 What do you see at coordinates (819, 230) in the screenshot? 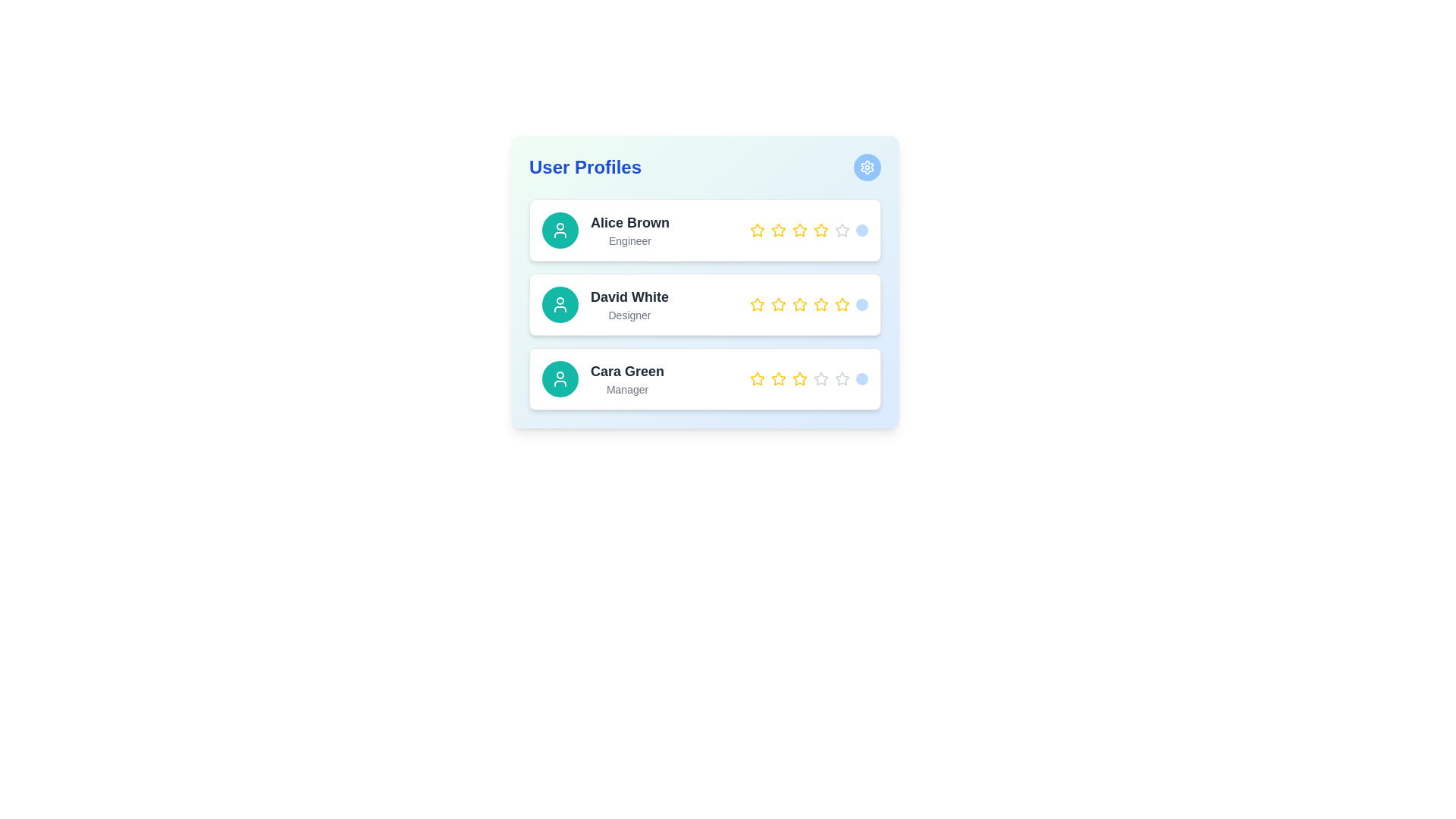
I see `the fourth star in the five-star rating system on Alice Brown's user profile card` at bounding box center [819, 230].